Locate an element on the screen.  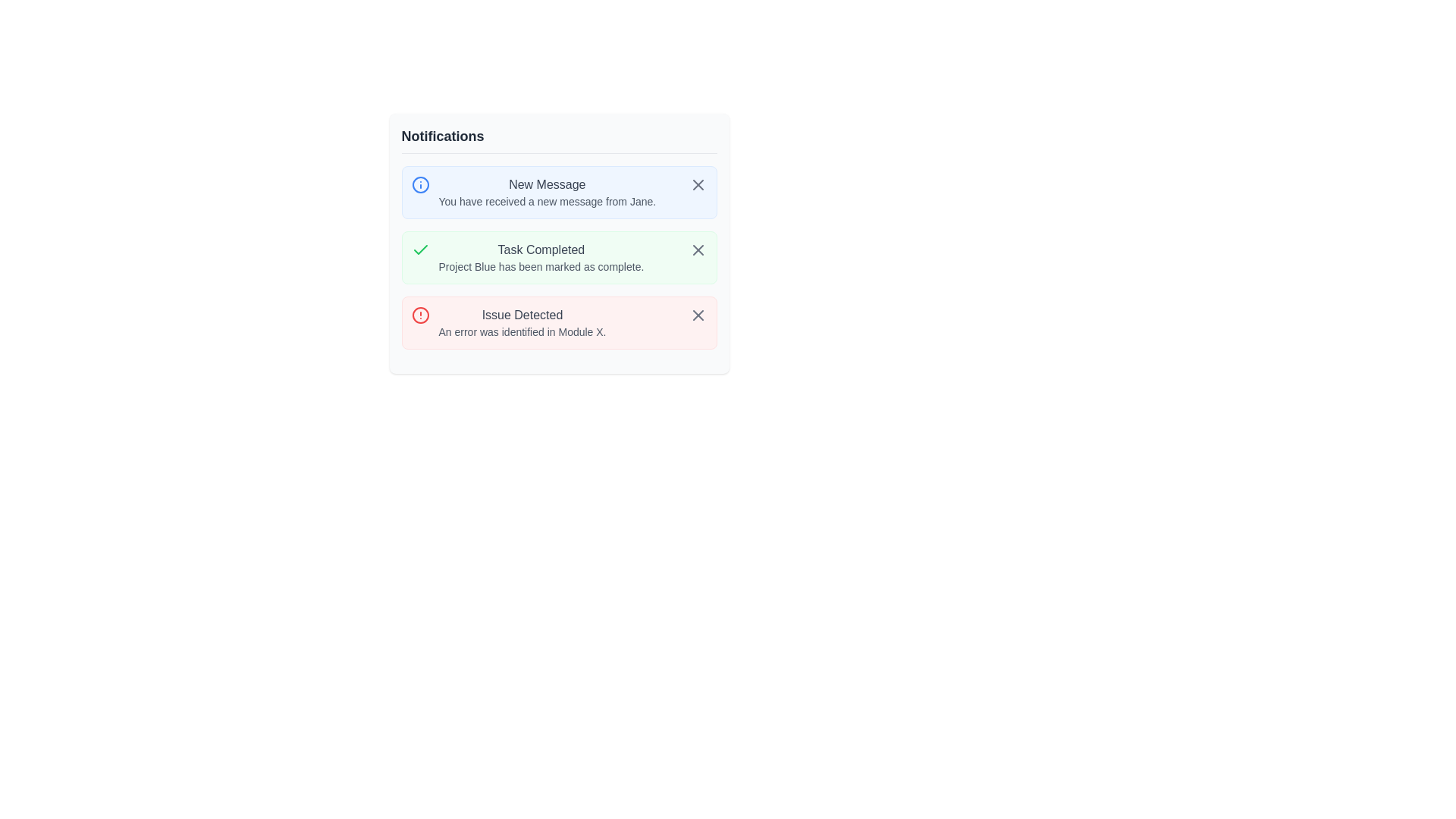
the circular icon with a blue outline and centered blue dot, located in the upper-left corner of the 'New Message' notification card is located at coordinates (420, 184).